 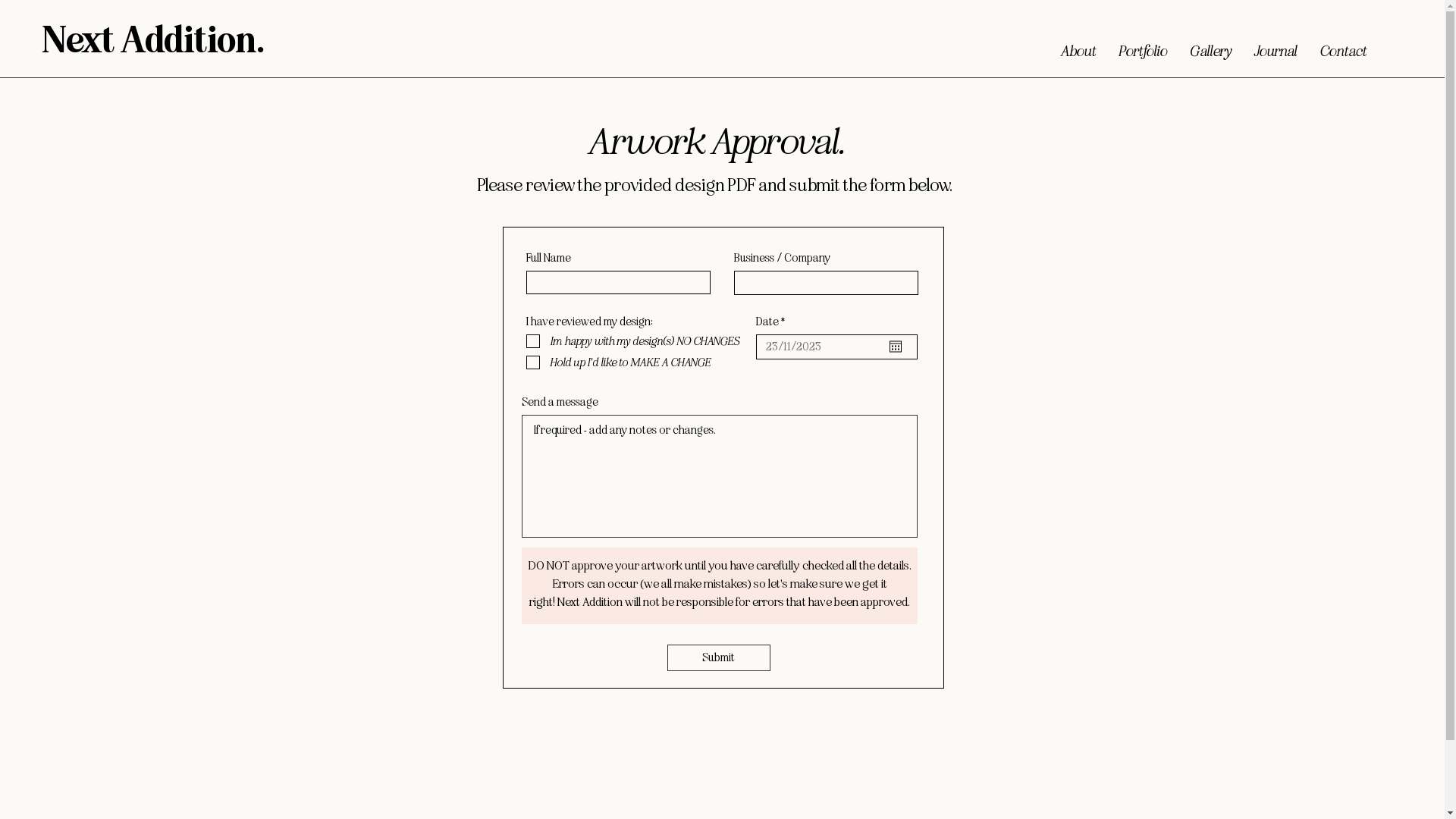 What do you see at coordinates (1274, 46) in the screenshot?
I see `'Journal'` at bounding box center [1274, 46].